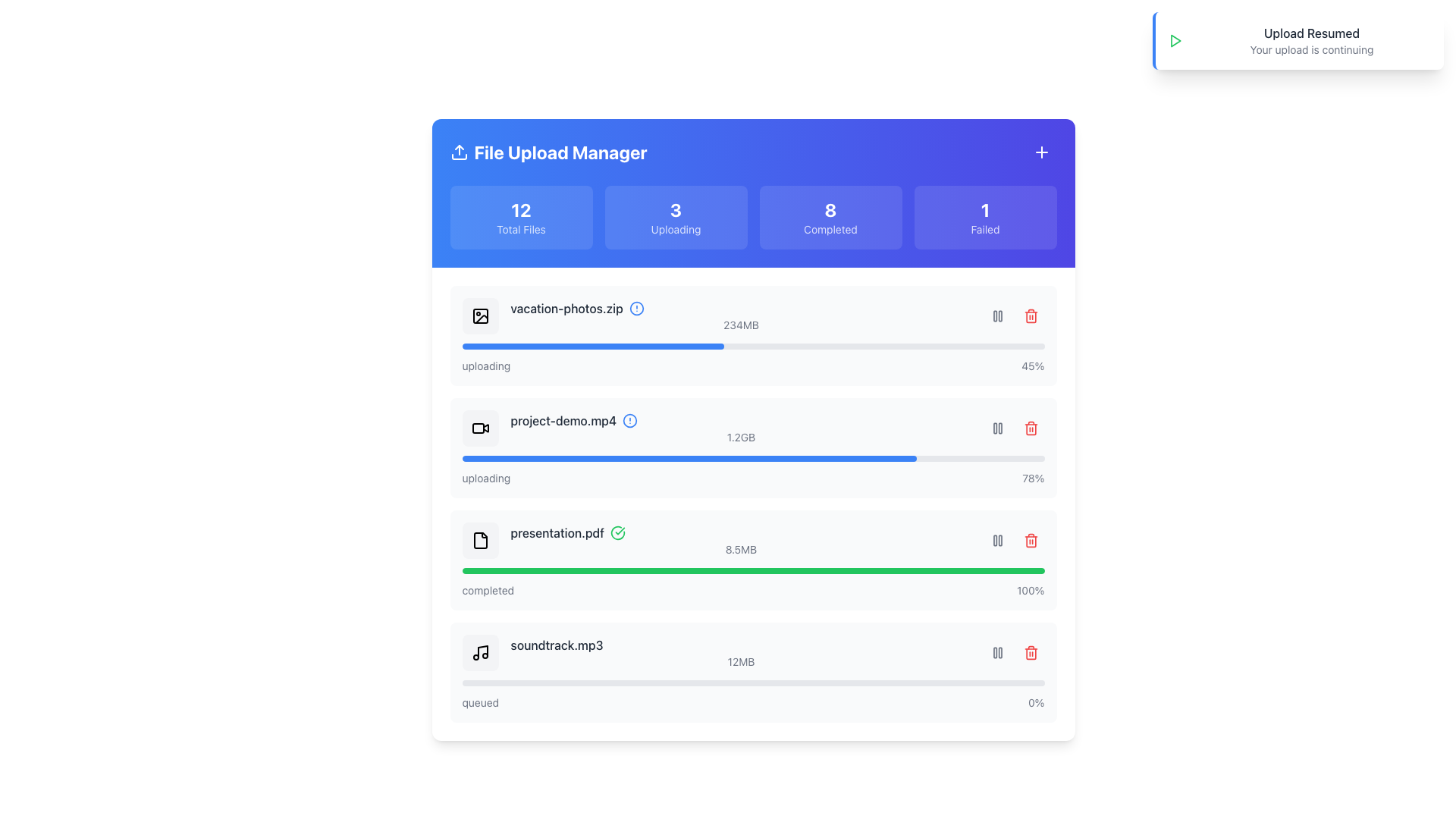  I want to click on the second list item entry displaying file upload details, so click(741, 428).